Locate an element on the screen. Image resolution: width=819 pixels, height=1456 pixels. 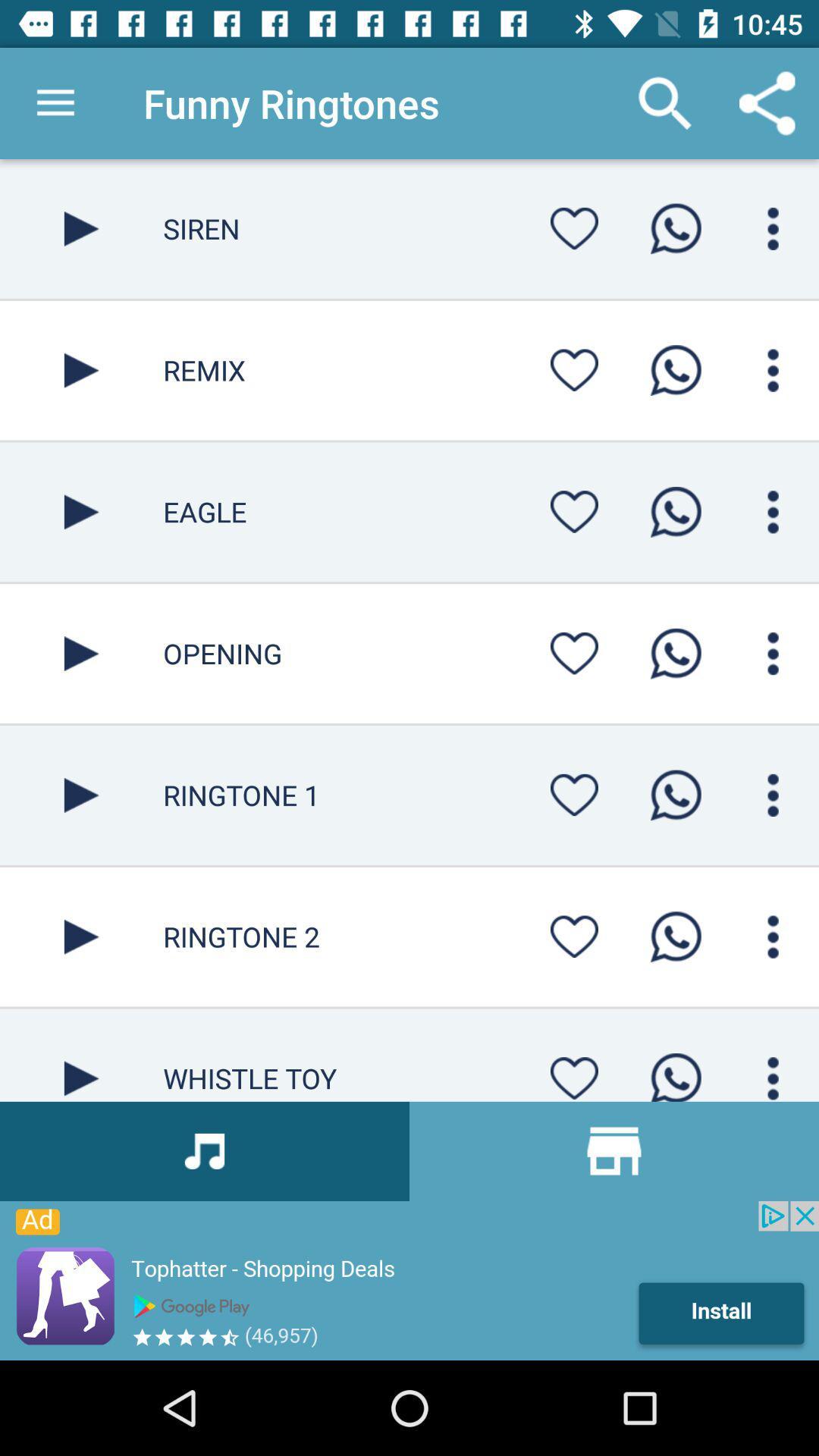
button is located at coordinates (574, 512).